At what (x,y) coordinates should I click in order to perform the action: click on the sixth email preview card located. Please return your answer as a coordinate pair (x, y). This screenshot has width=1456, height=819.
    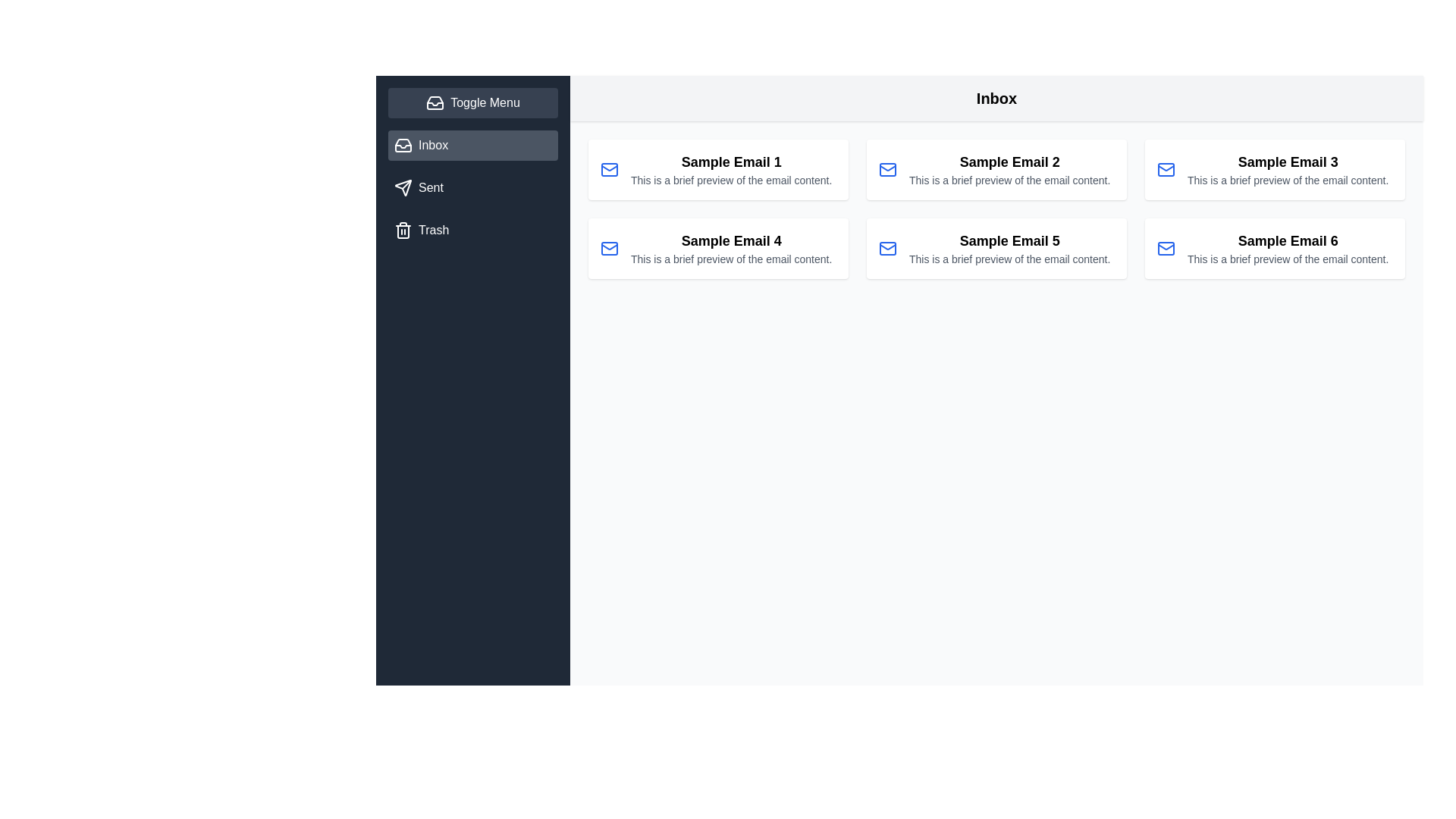
    Looking at the image, I should click on (1274, 247).